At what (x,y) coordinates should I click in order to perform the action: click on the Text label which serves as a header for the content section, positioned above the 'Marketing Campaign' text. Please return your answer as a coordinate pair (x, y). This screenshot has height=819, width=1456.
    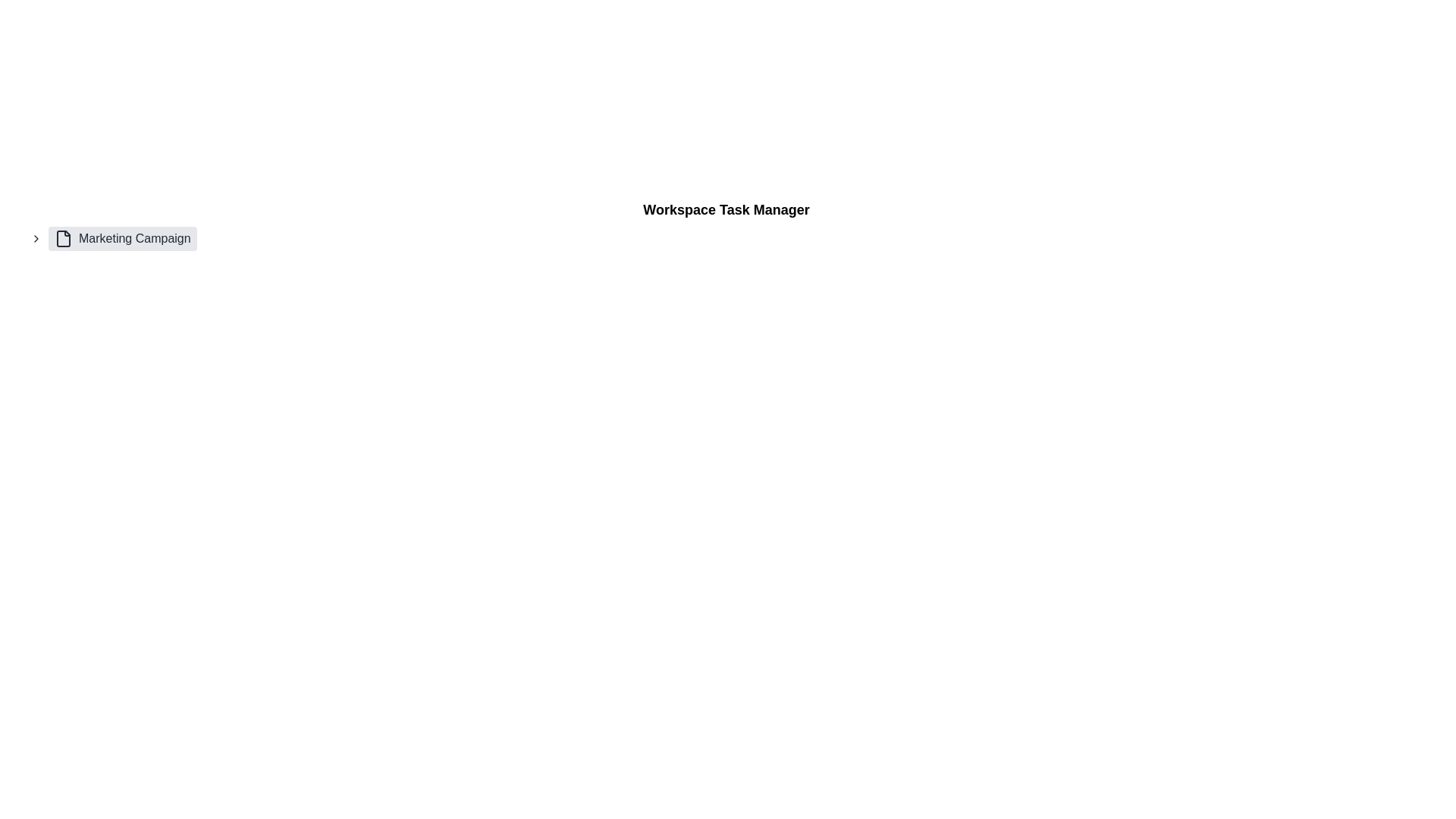
    Looking at the image, I should click on (726, 210).